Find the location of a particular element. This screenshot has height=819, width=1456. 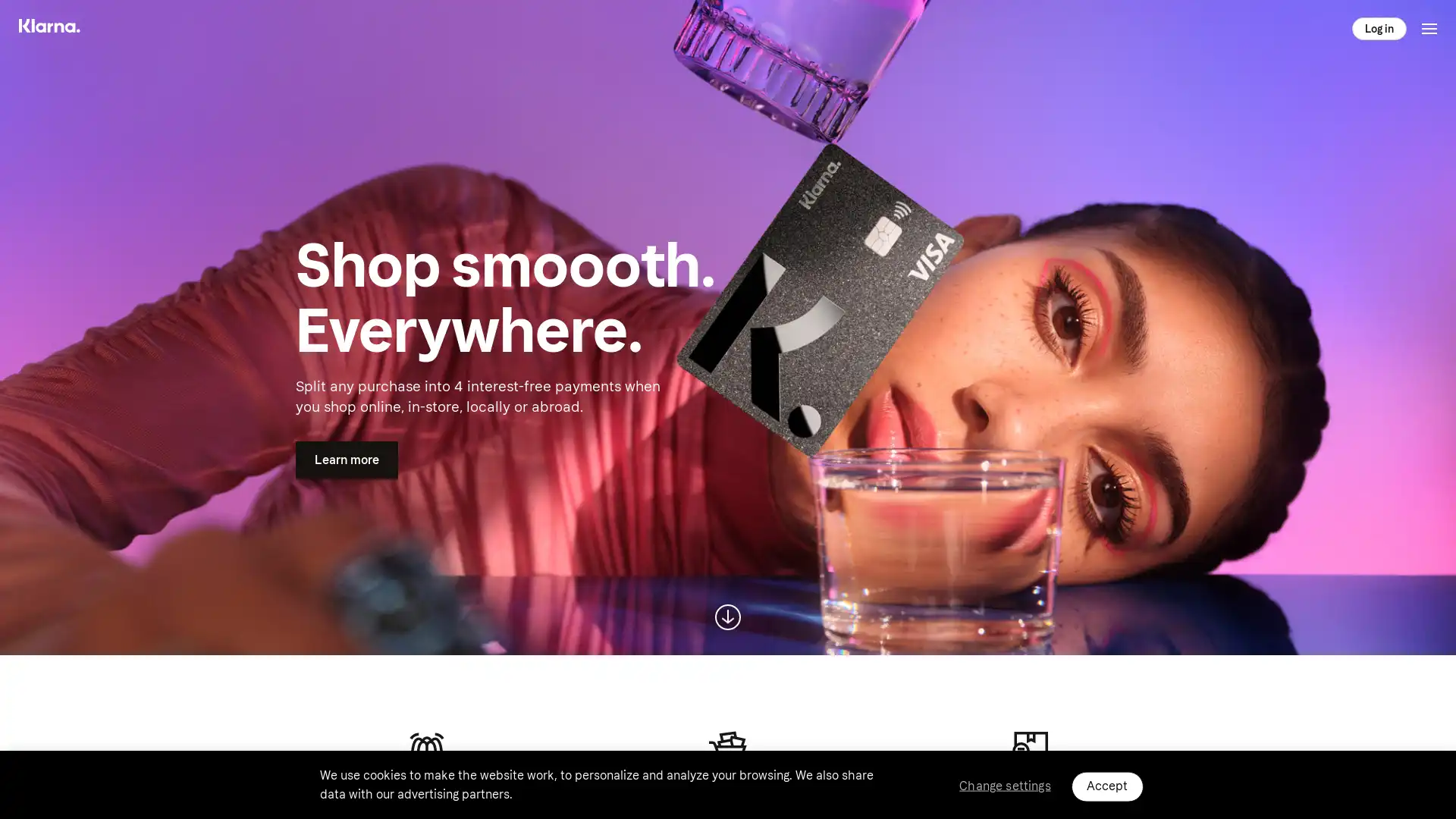

Main menu is located at coordinates (61, 28).